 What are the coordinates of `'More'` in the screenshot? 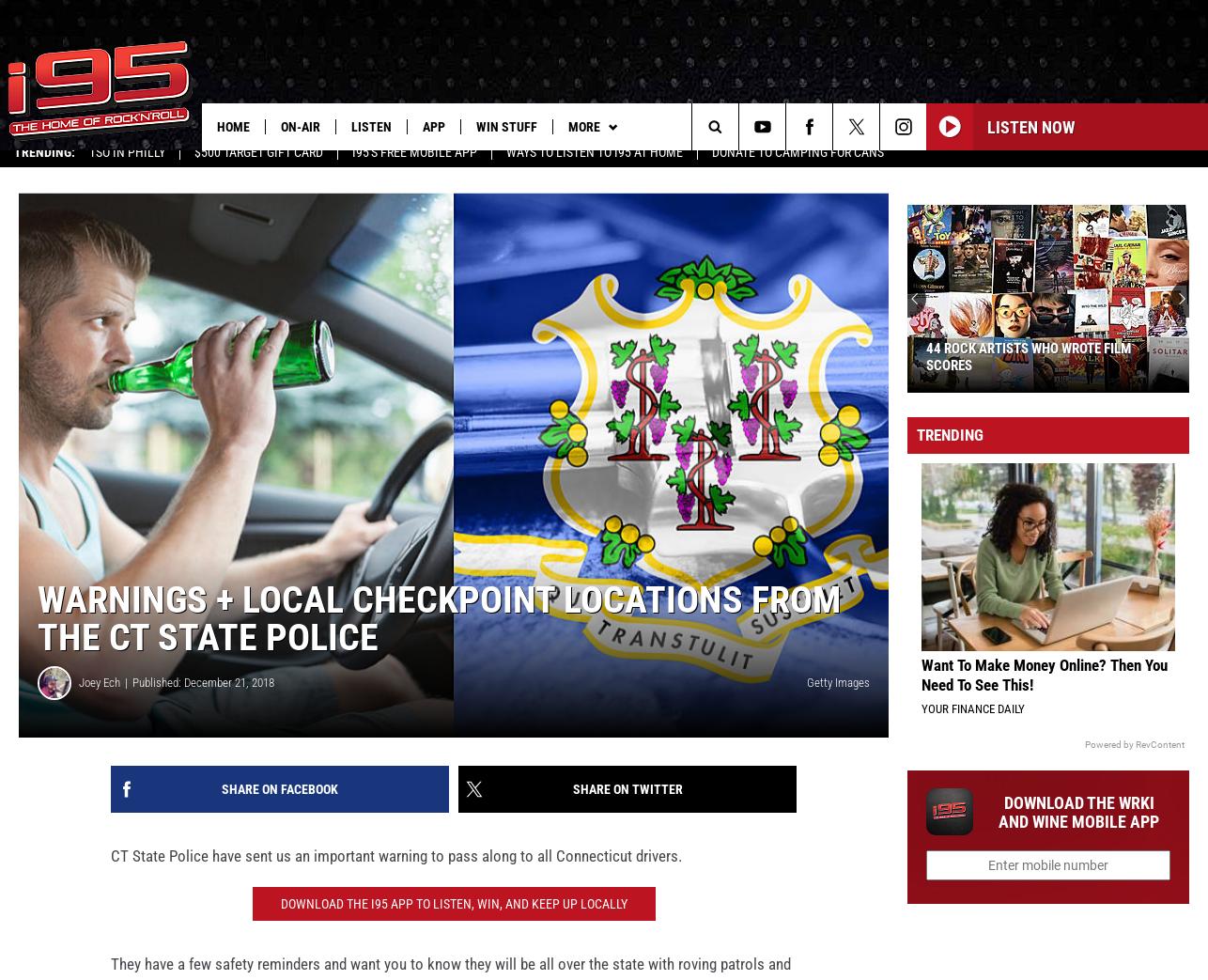 It's located at (583, 126).